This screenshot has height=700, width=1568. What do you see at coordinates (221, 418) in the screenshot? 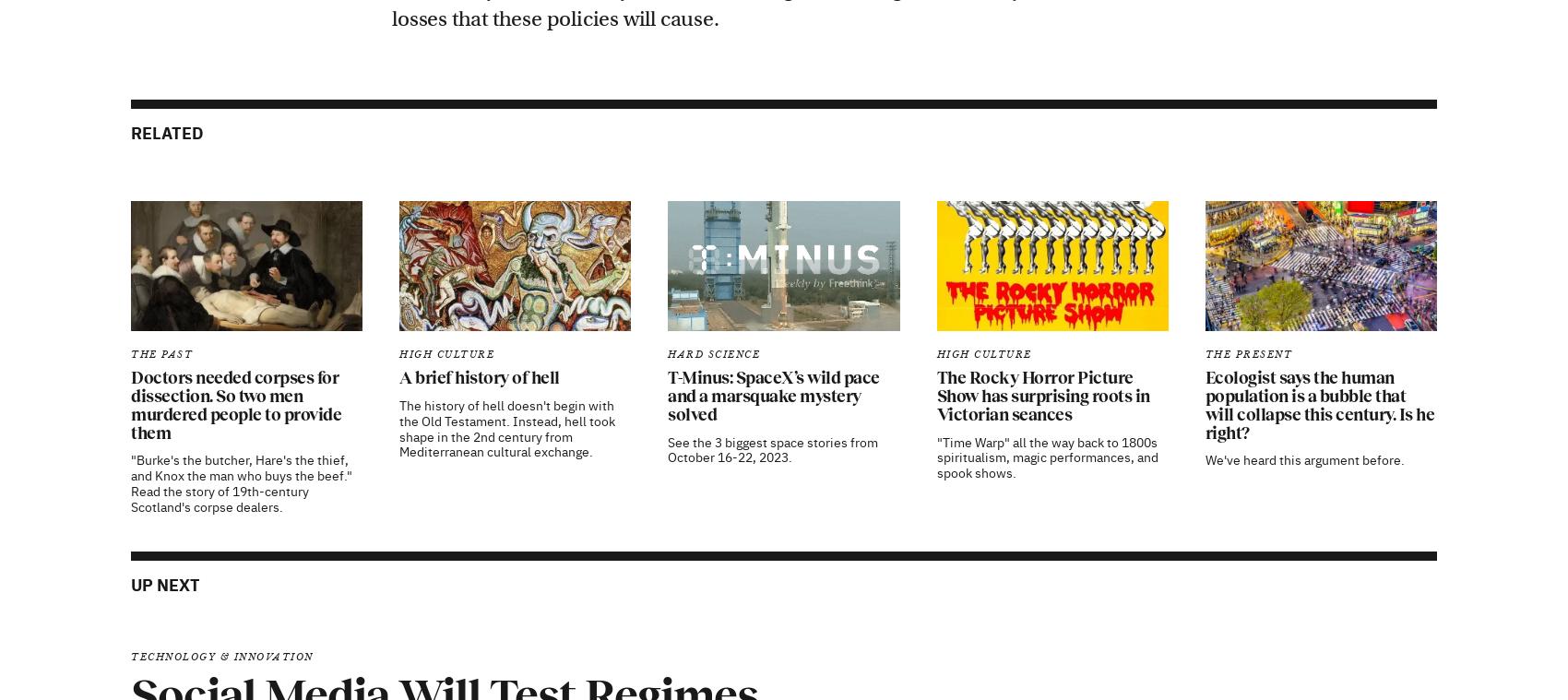
I see `'Technology & Innovation'` at bounding box center [221, 418].